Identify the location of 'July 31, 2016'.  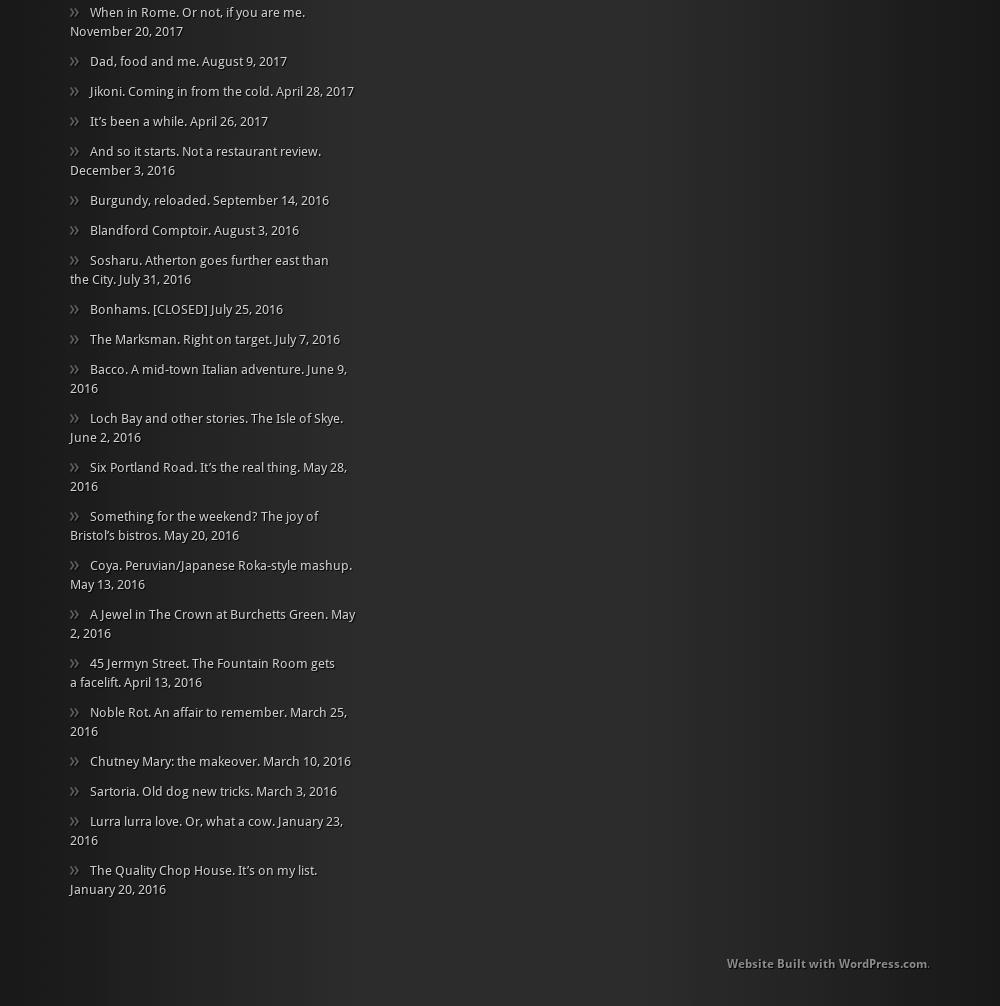
(118, 277).